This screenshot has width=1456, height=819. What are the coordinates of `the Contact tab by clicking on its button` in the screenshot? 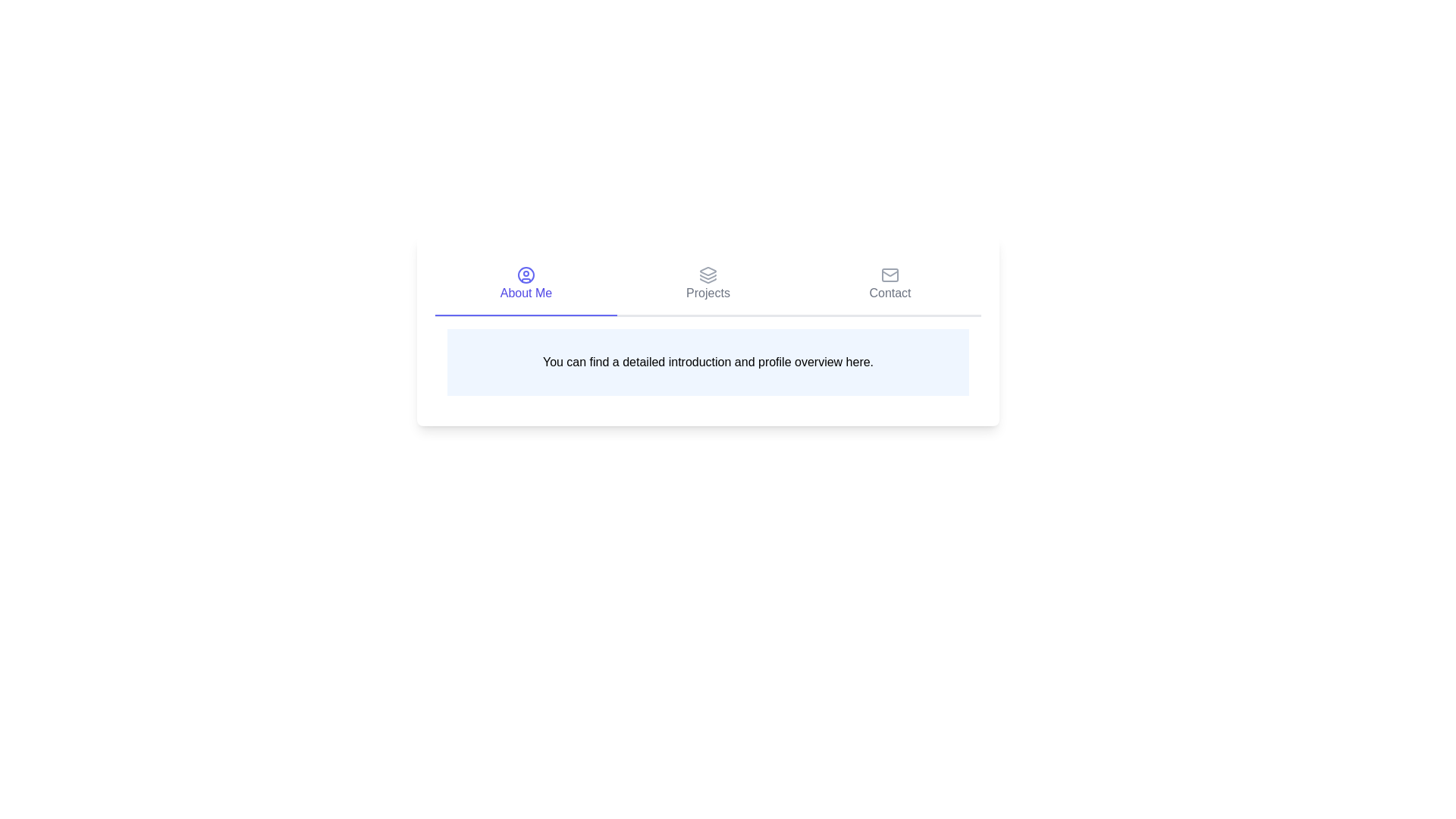 It's located at (890, 284).